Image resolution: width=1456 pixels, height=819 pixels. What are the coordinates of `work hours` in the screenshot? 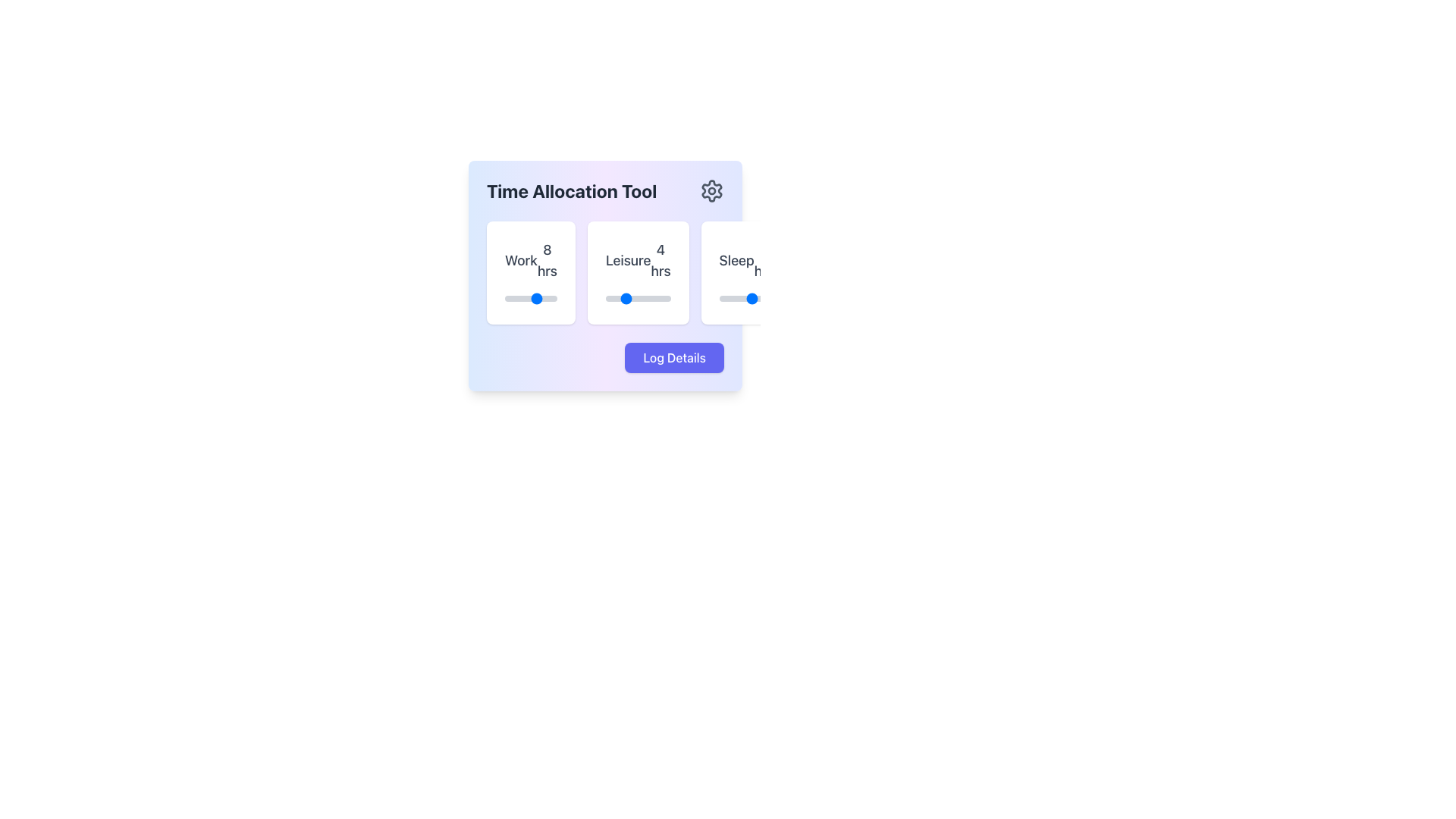 It's located at (519, 298).